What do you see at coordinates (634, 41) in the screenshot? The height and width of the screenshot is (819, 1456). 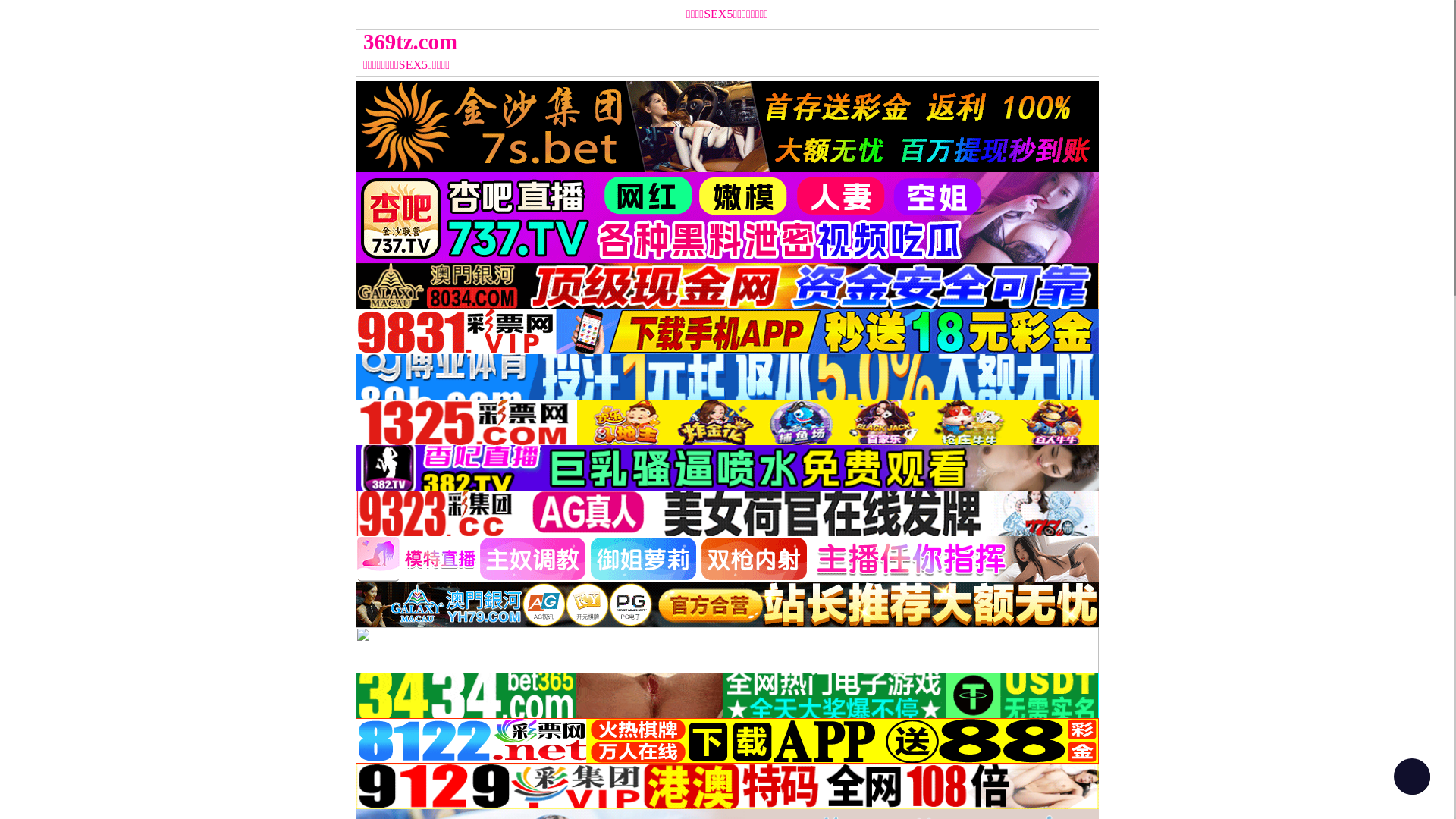 I see `'369tz.com'` at bounding box center [634, 41].